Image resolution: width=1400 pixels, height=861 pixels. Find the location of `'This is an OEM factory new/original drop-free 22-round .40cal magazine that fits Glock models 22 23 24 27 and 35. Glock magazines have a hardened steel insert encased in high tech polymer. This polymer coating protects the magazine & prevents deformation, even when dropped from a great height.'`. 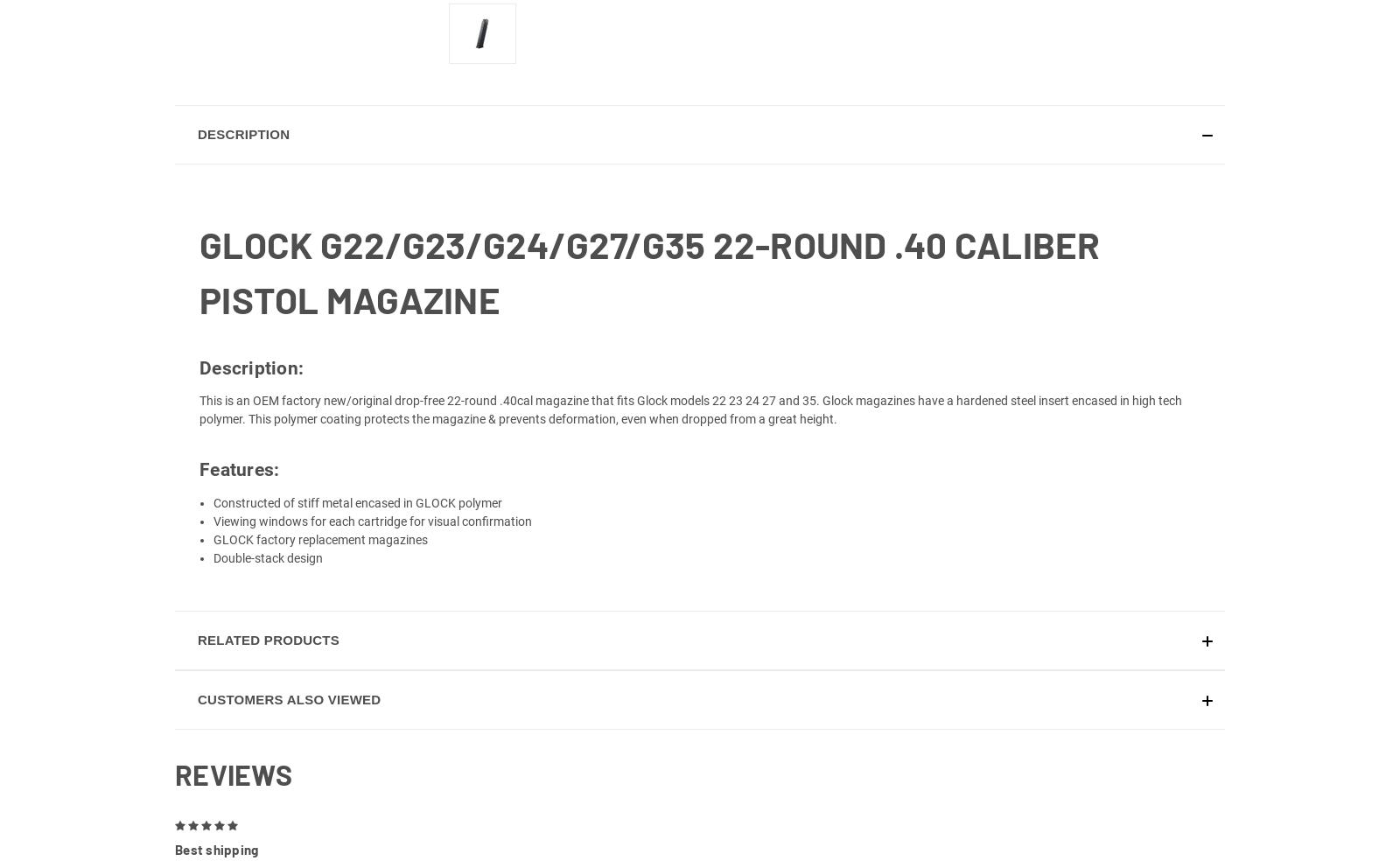

'This is an OEM factory new/original drop-free 22-round .40cal magazine that fits Glock models 22 23 24 27 and 35. Glock magazines have a hardened steel insert encased in high tech polymer. This polymer coating protects the magazine & prevents deformation, even when dropped from a great height.' is located at coordinates (199, 430).